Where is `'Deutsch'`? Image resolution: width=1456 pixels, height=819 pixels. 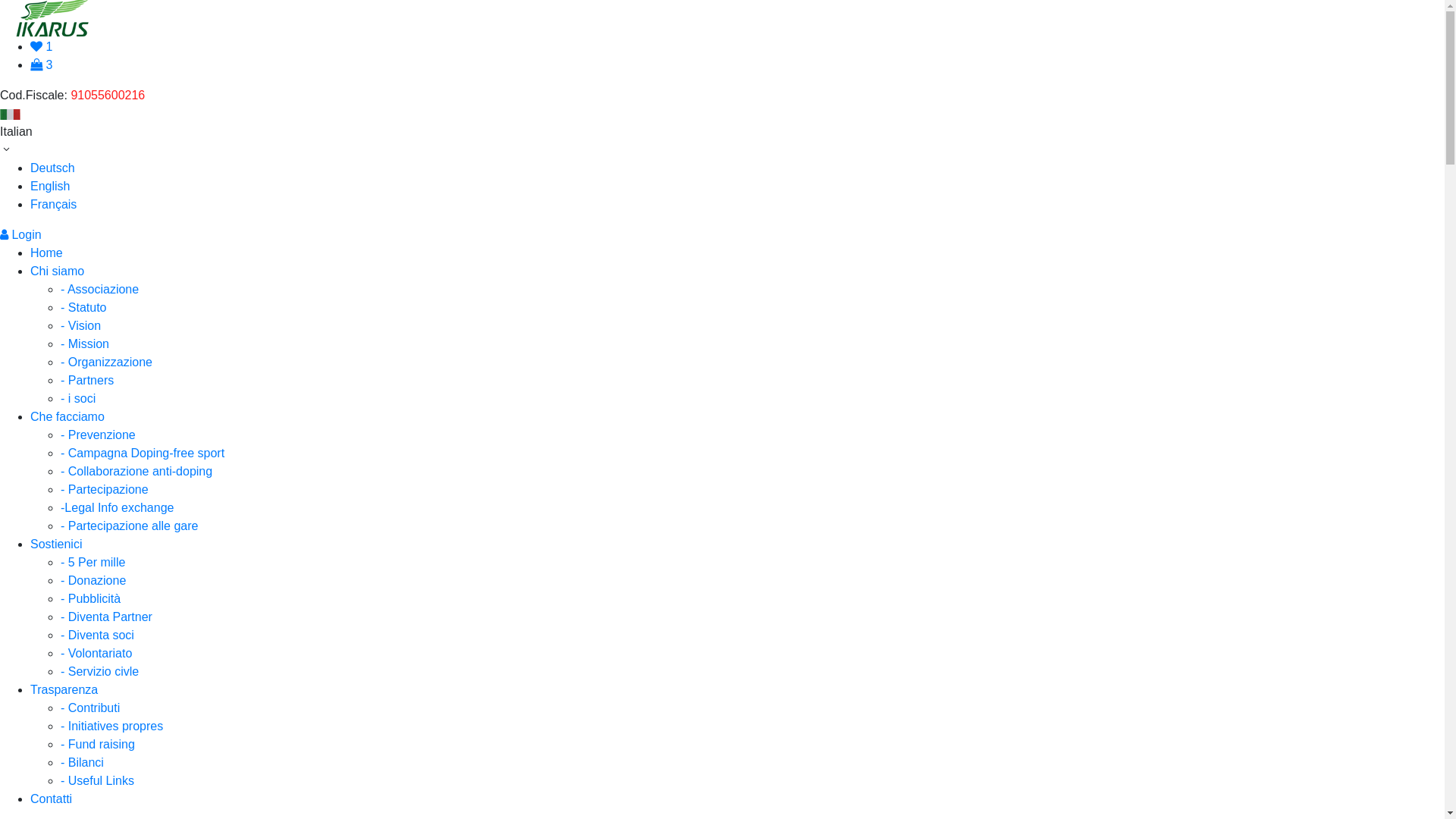 'Deutsch' is located at coordinates (52, 168).